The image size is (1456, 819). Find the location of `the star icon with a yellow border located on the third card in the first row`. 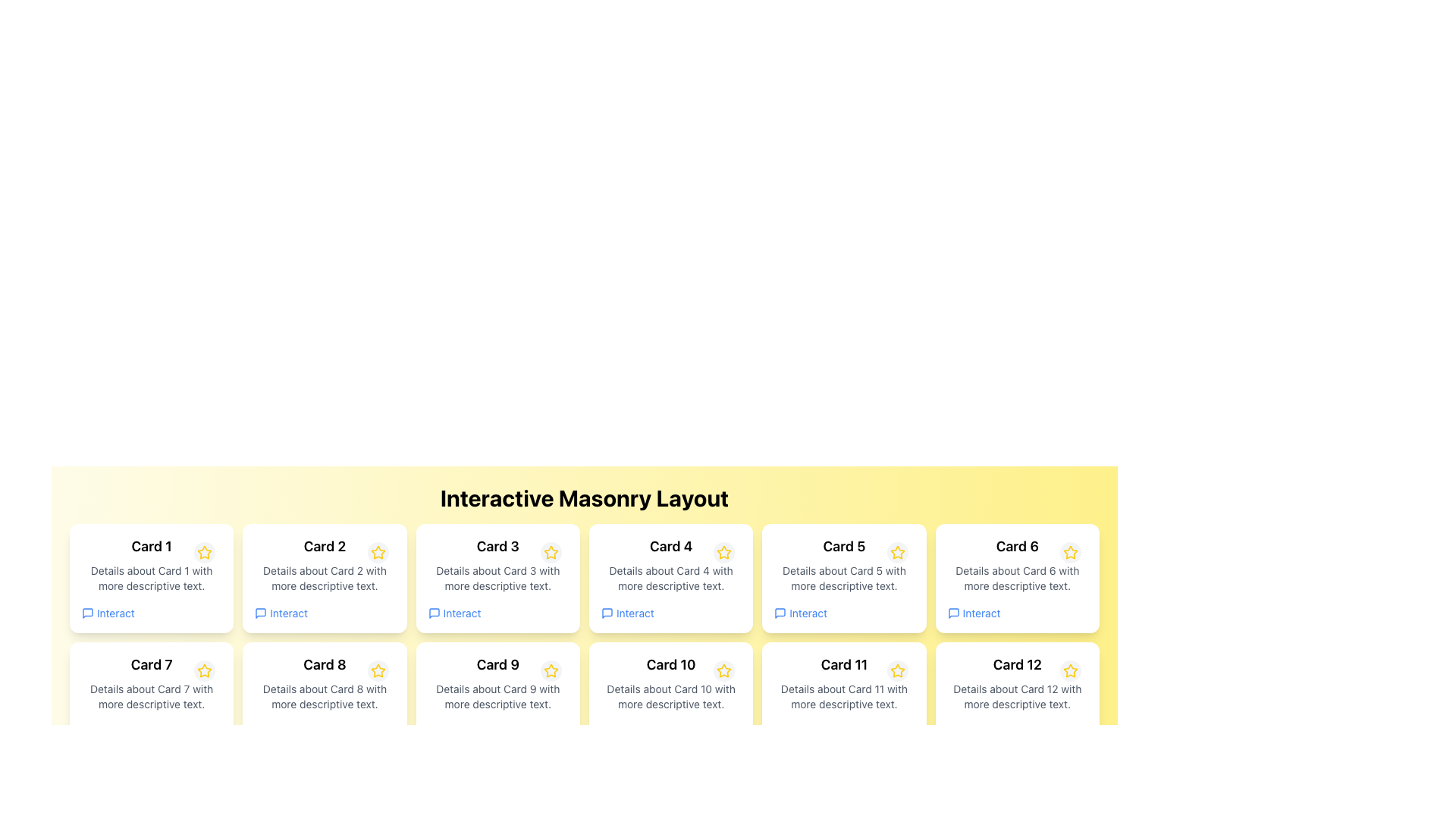

the star icon with a yellow border located on the third card in the first row is located at coordinates (550, 553).